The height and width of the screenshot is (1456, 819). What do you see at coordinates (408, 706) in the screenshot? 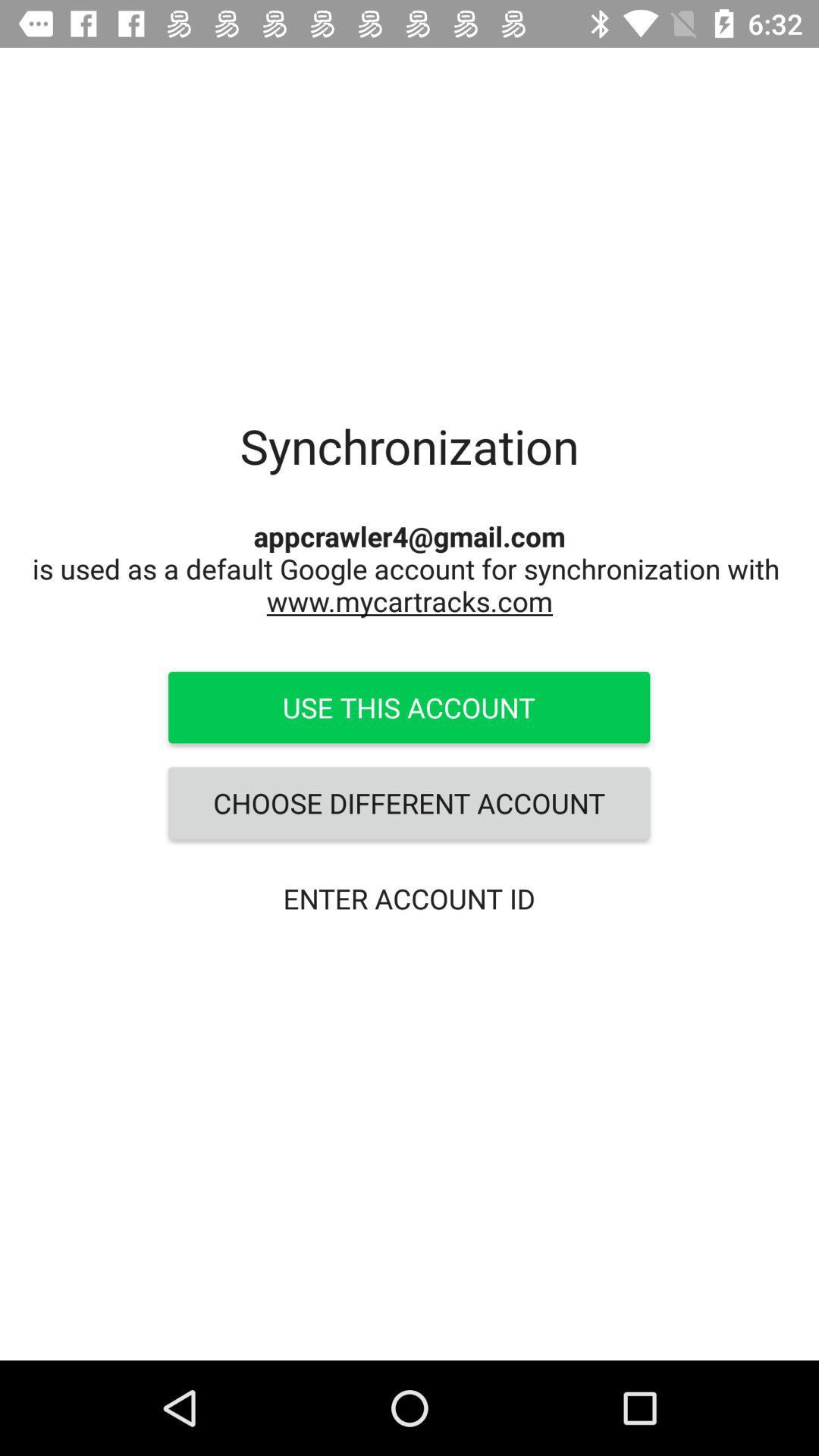
I see `the use this account item` at bounding box center [408, 706].